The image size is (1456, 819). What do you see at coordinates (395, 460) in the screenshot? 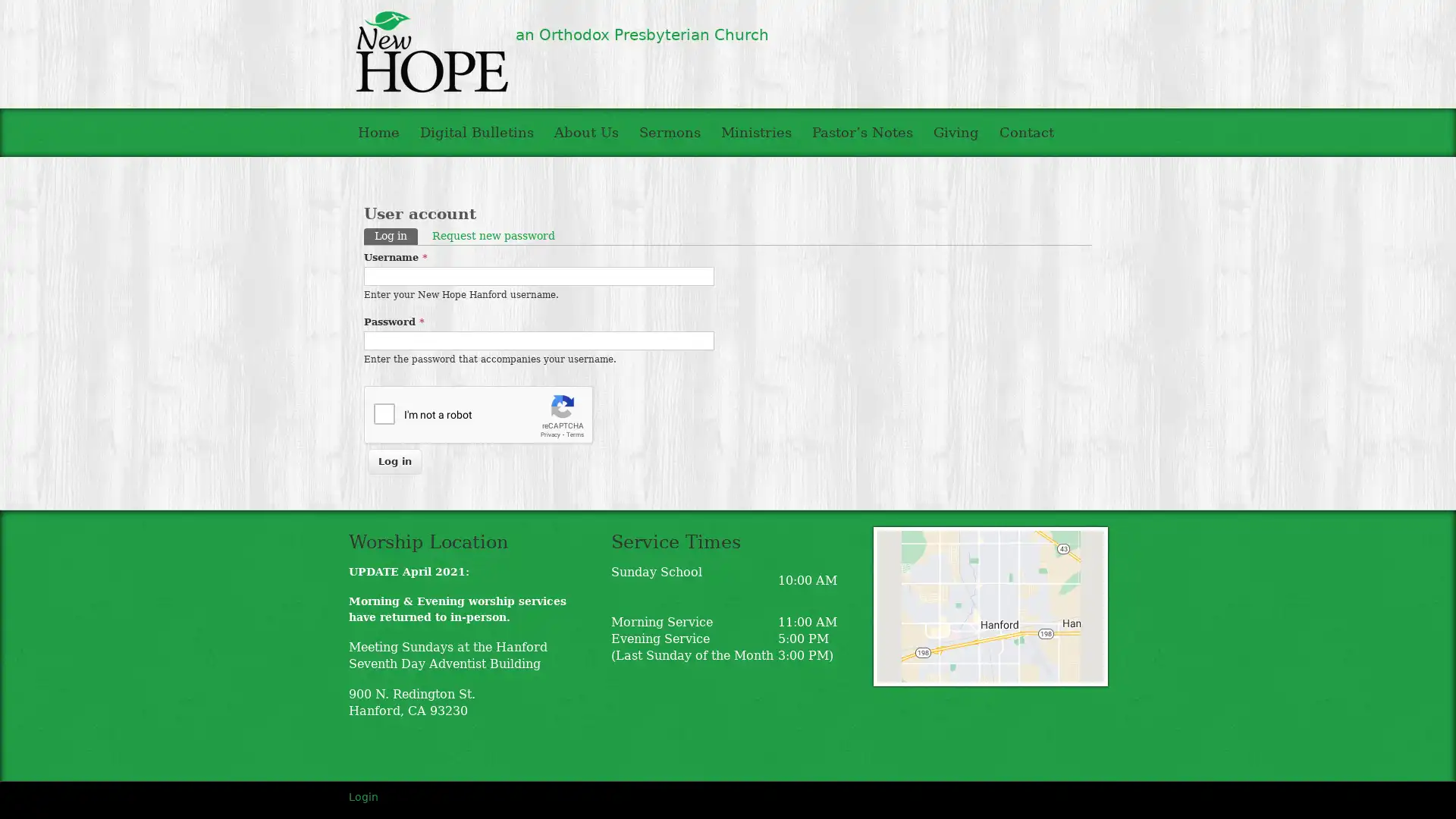
I see `Log in` at bounding box center [395, 460].